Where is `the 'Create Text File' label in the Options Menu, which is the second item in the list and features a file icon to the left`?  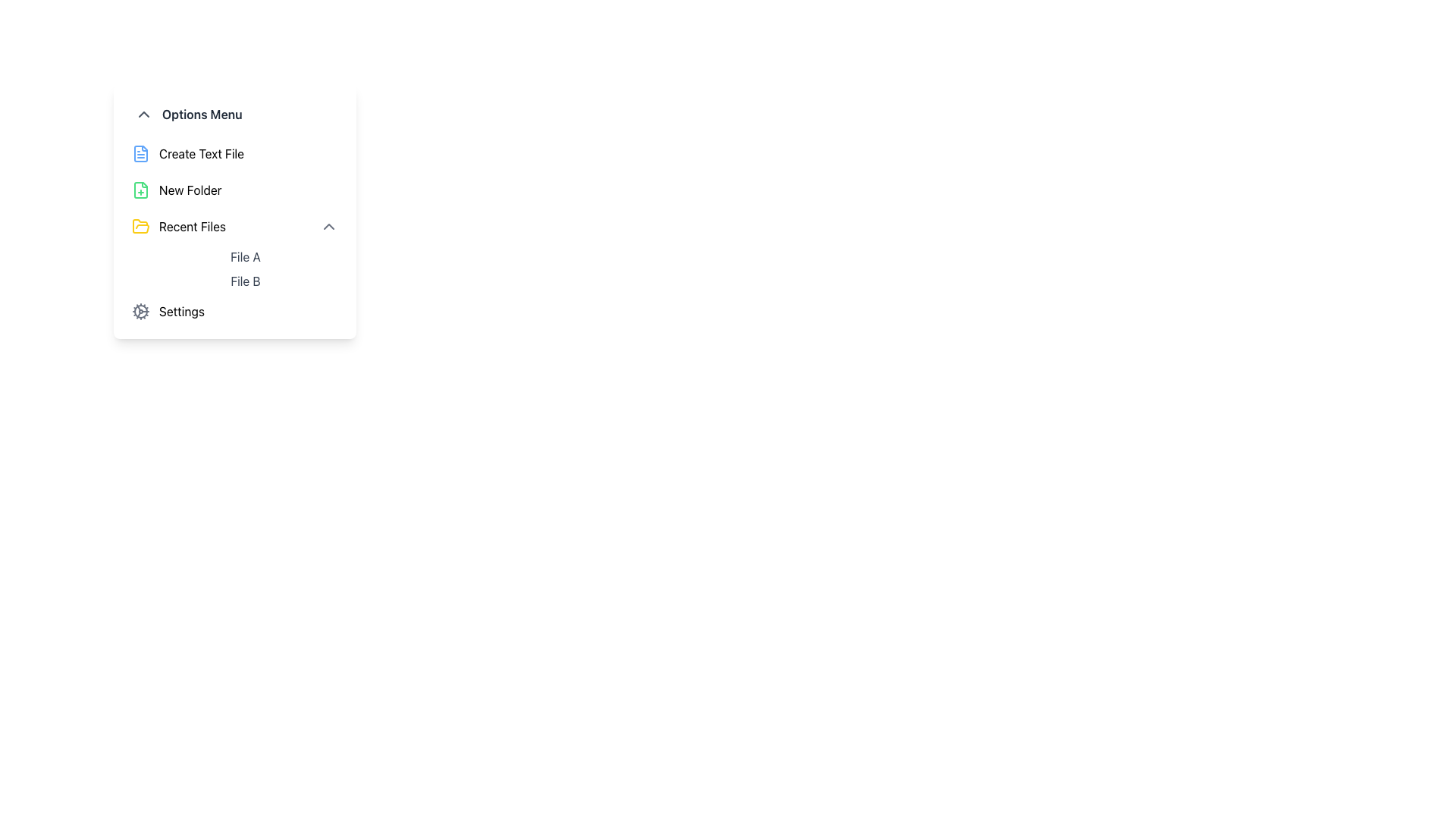
the 'Create Text File' label in the Options Menu, which is the second item in the list and features a file icon to the left is located at coordinates (201, 154).